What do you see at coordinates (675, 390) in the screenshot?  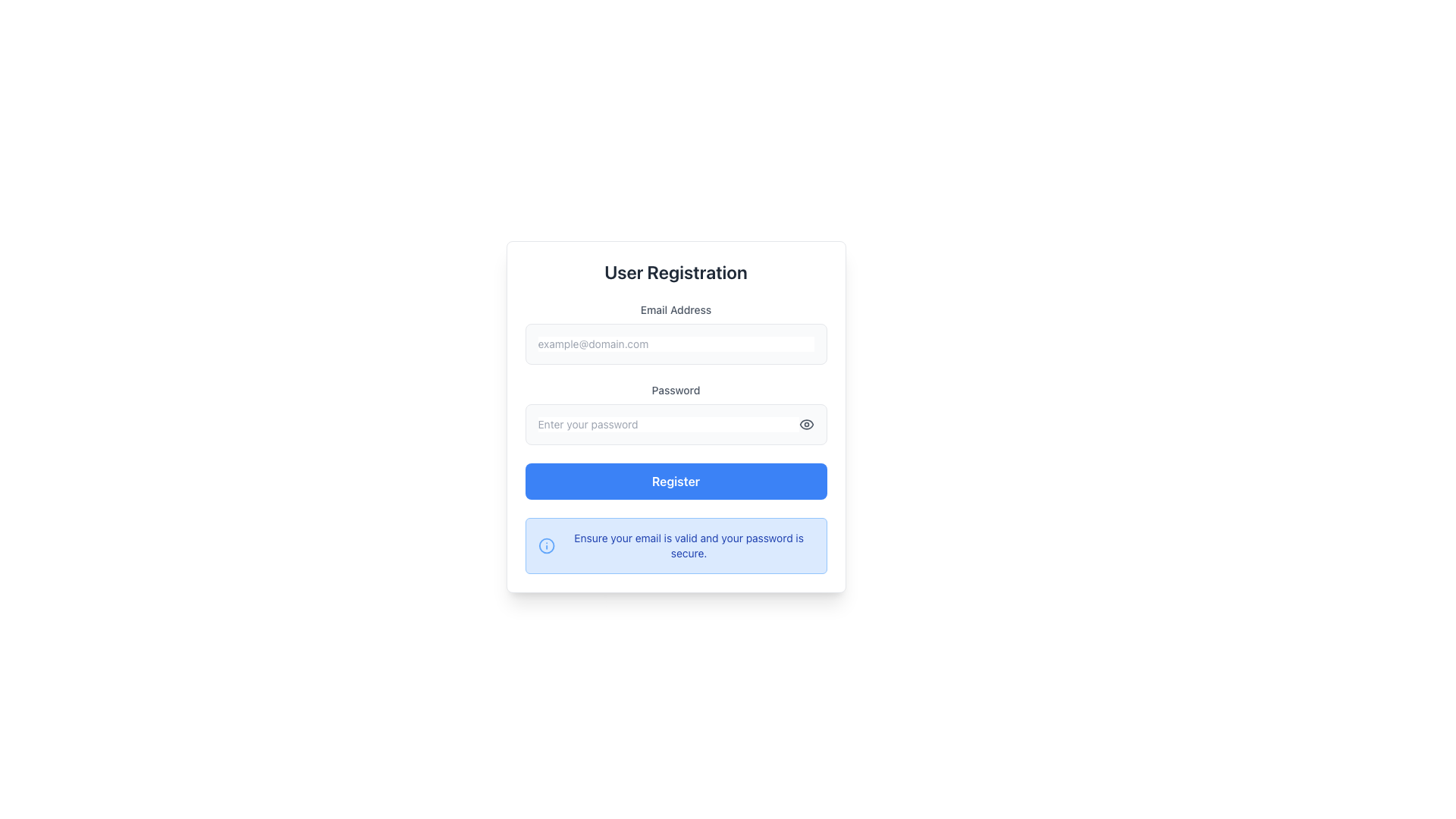 I see `the 'Password' text label, which is styled in gray and located between the 'Email Address' input label and the 'Enter your password' text field` at bounding box center [675, 390].